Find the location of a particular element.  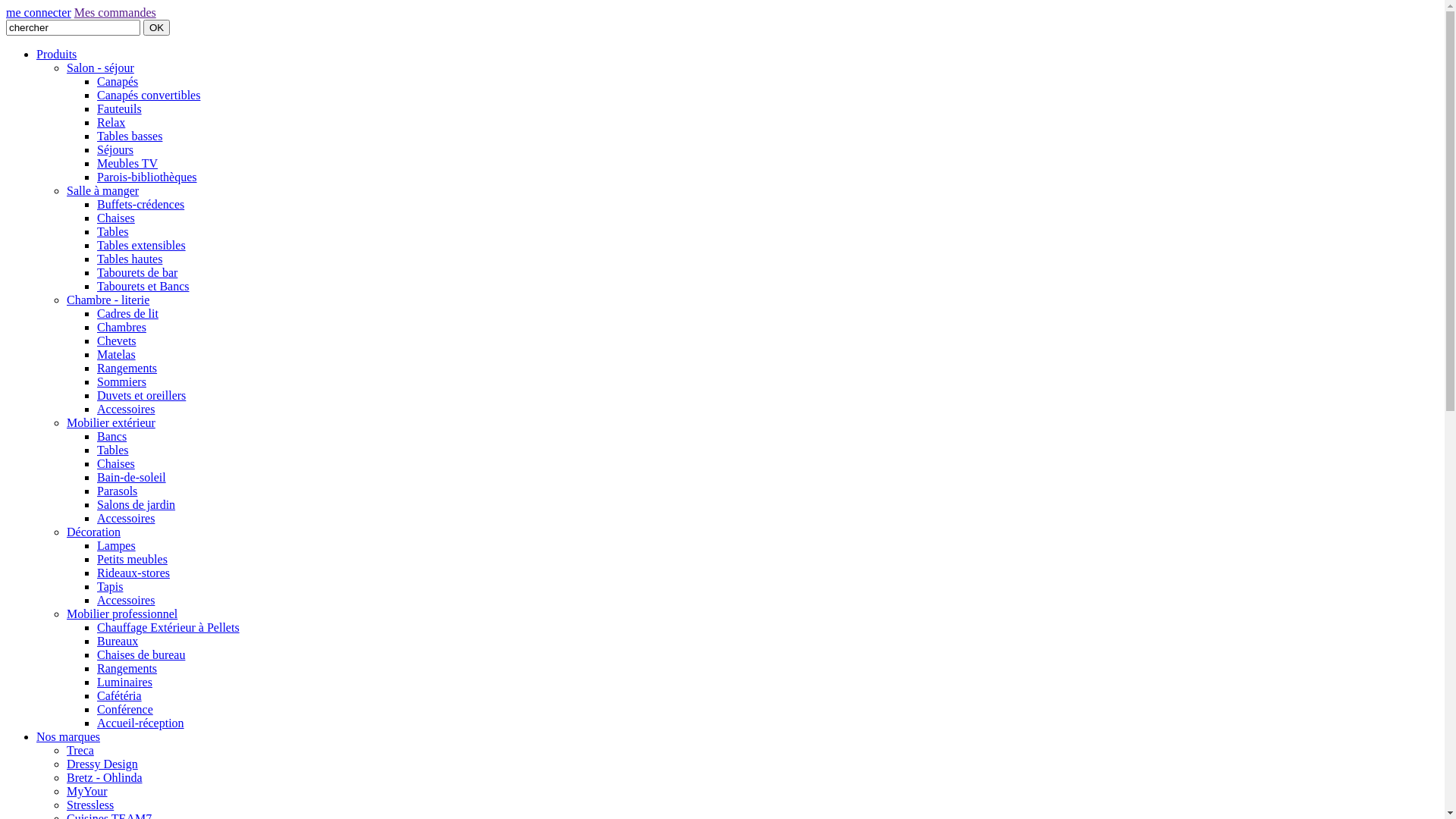

'Tabourets et Bancs' is located at coordinates (143, 286).